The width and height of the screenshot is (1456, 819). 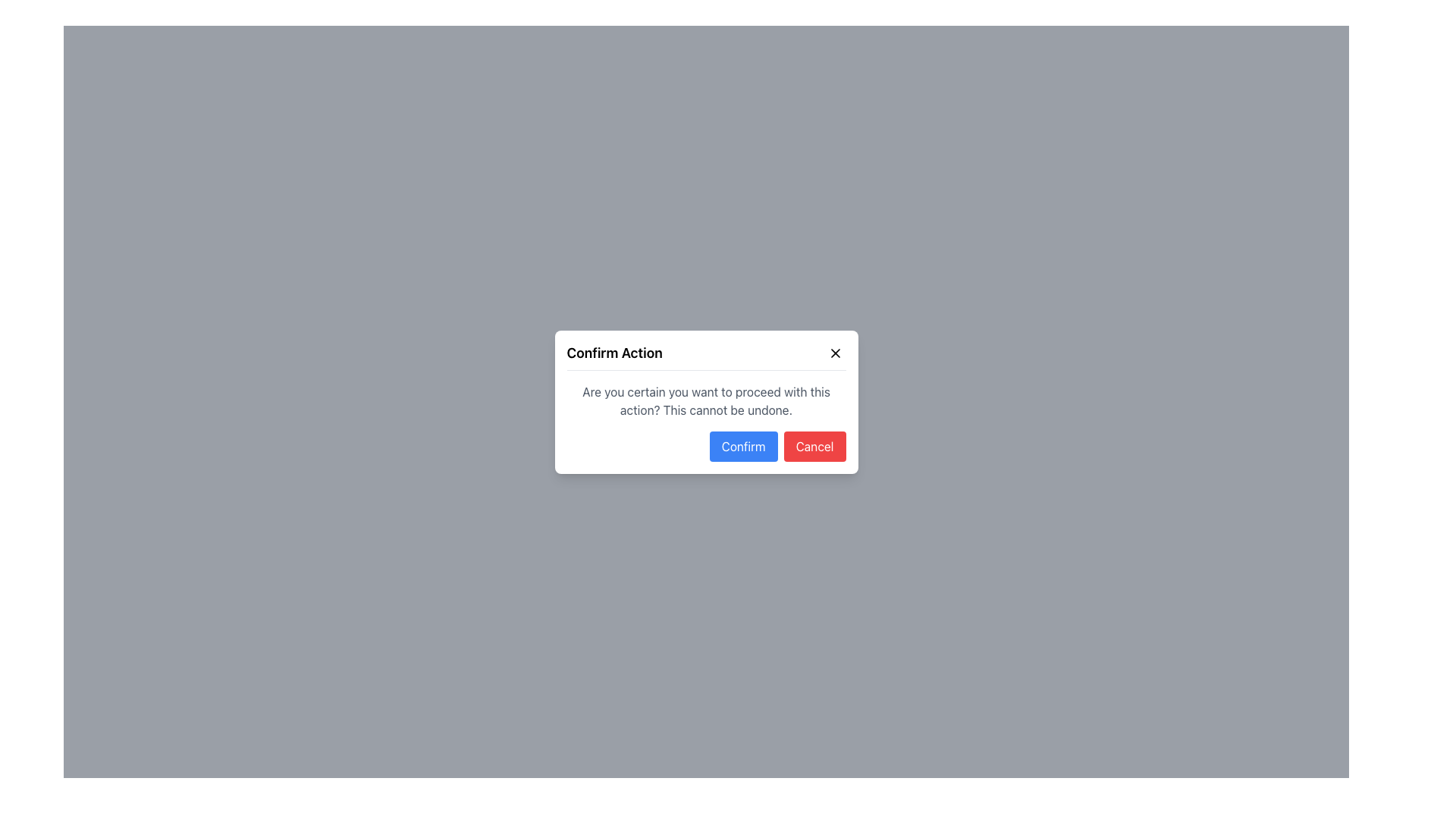 What do you see at coordinates (614, 353) in the screenshot?
I see `text label at the top-left corner of the modal dialog that conveys the primary action or message regarding confirmation` at bounding box center [614, 353].